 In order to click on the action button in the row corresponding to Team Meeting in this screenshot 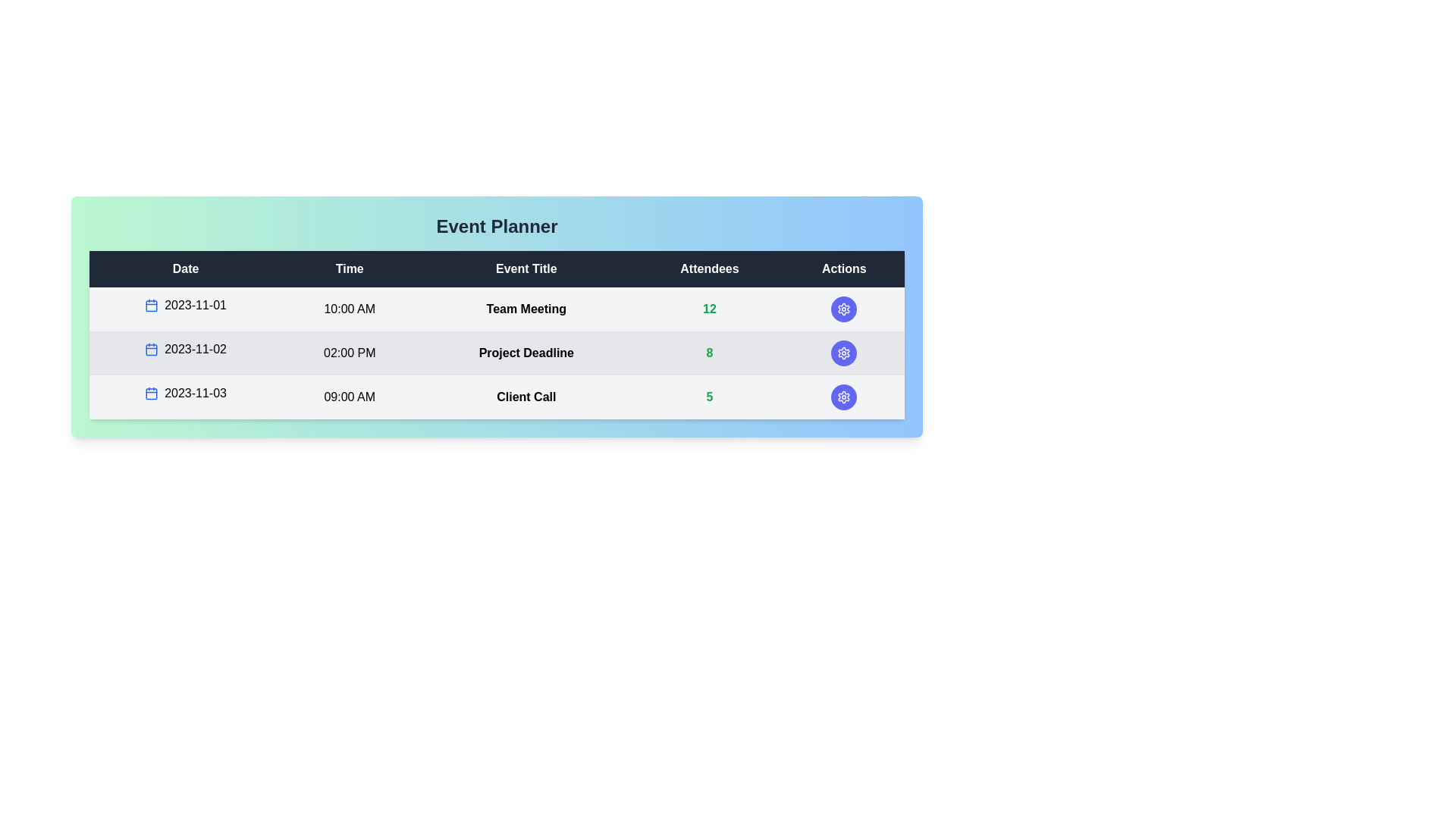, I will do `click(843, 309)`.